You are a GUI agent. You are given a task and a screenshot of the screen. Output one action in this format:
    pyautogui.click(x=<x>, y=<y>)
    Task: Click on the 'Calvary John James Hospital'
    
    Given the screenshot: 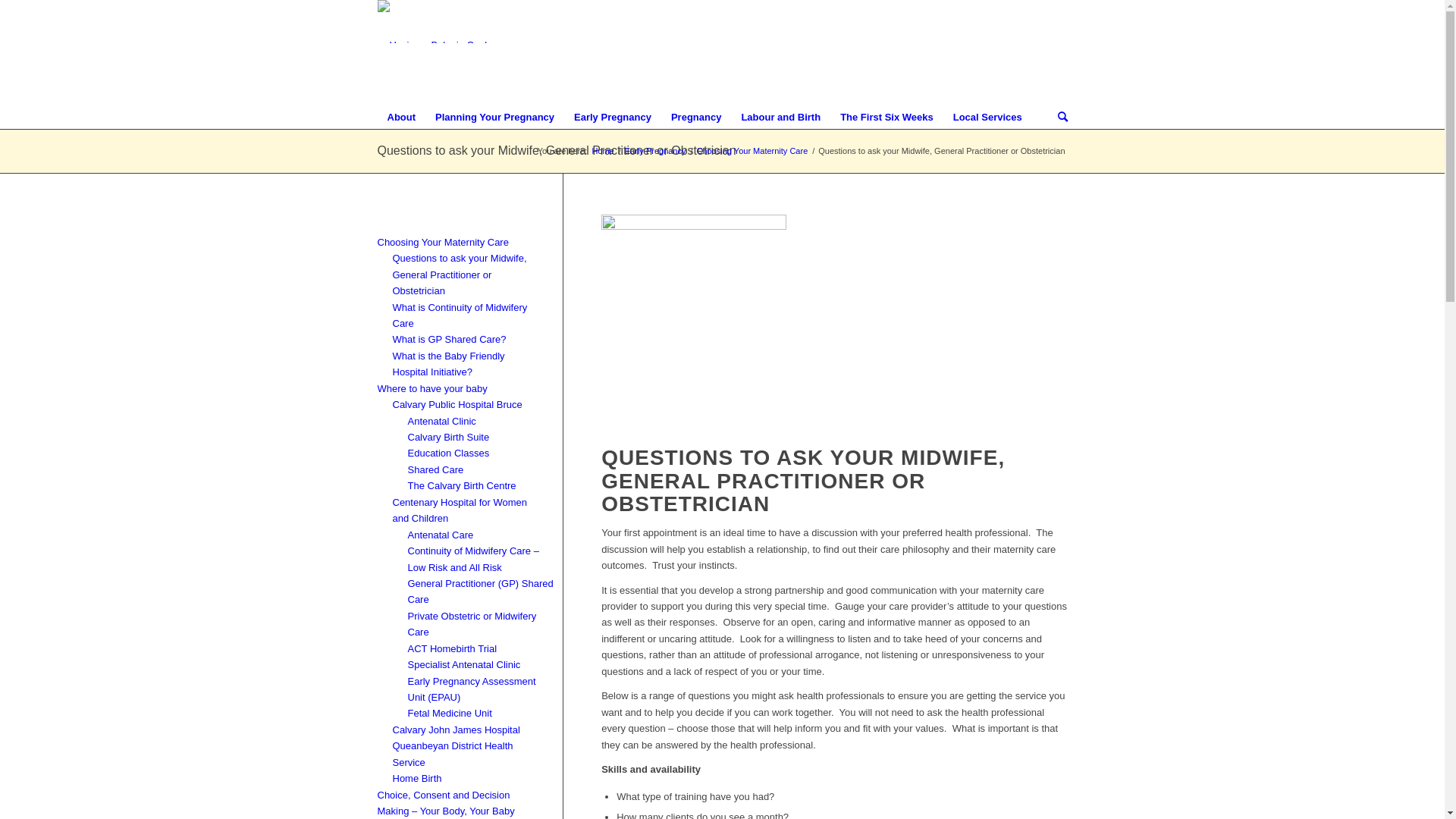 What is the action you would take?
    pyautogui.click(x=455, y=728)
    